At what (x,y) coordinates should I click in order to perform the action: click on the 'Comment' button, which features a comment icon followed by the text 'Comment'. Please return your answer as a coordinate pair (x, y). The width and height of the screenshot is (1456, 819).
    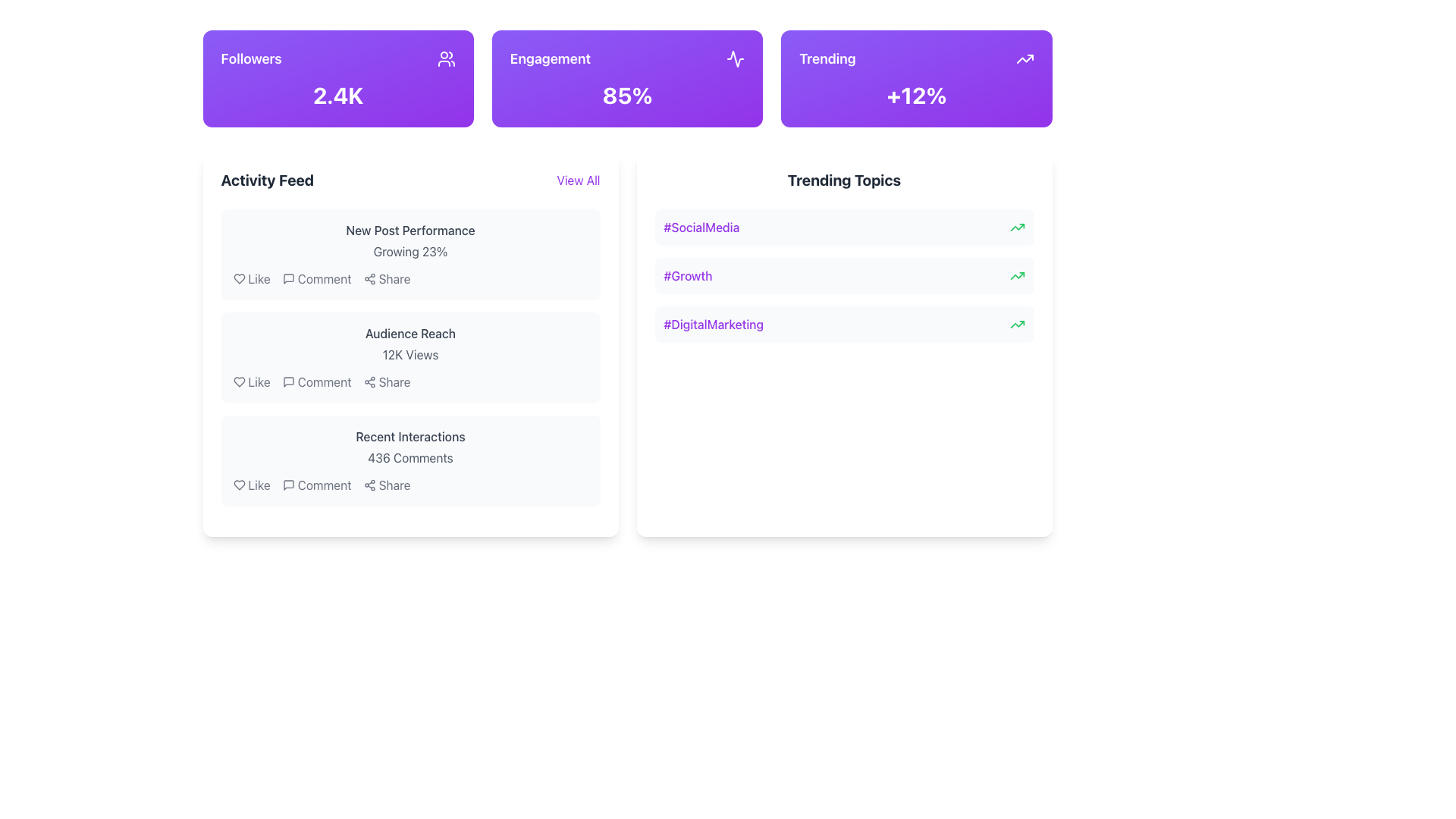
    Looking at the image, I should click on (316, 381).